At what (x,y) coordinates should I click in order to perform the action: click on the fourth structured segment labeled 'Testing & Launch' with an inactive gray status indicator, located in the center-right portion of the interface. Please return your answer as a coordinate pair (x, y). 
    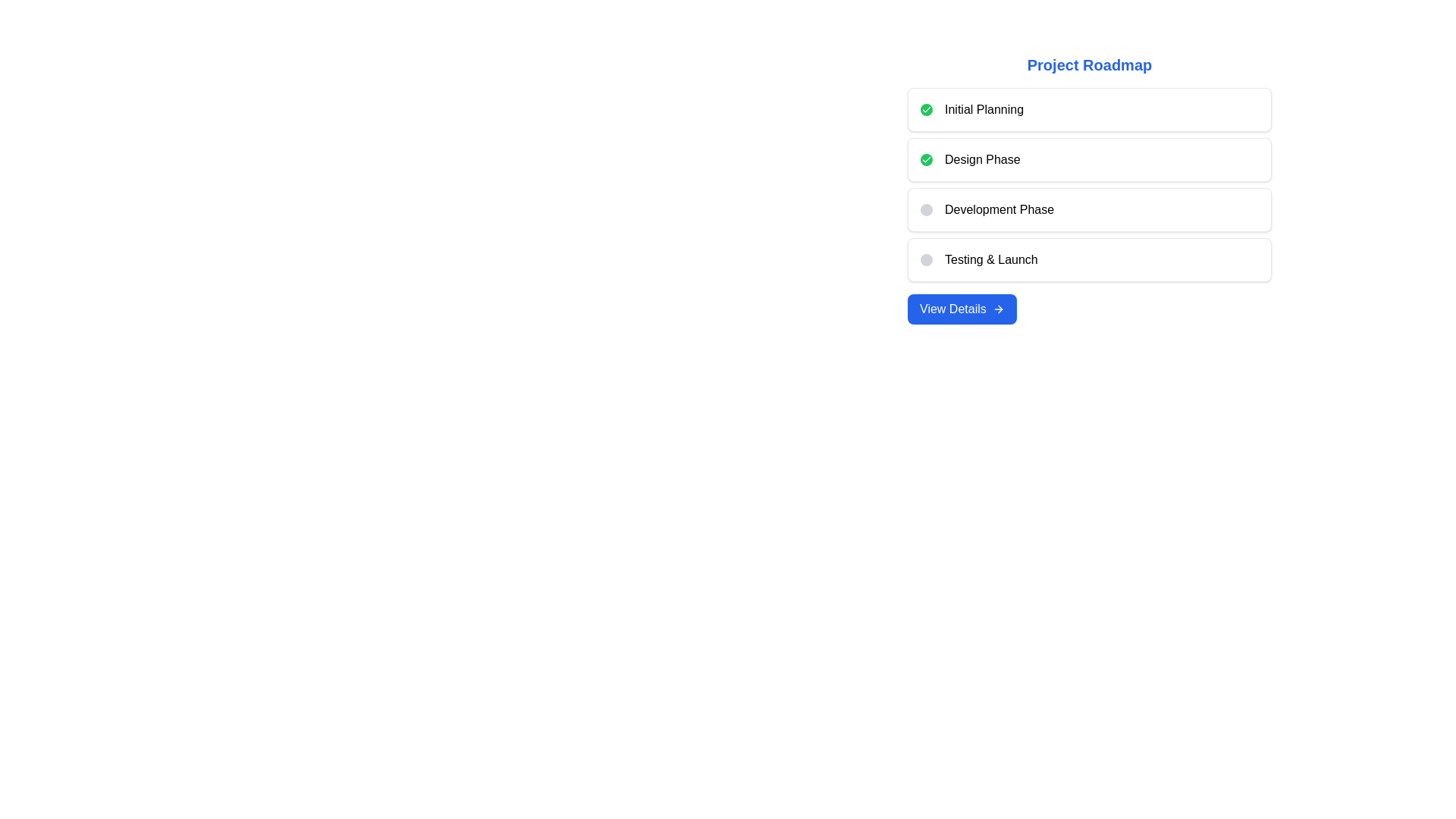
    Looking at the image, I should click on (1088, 259).